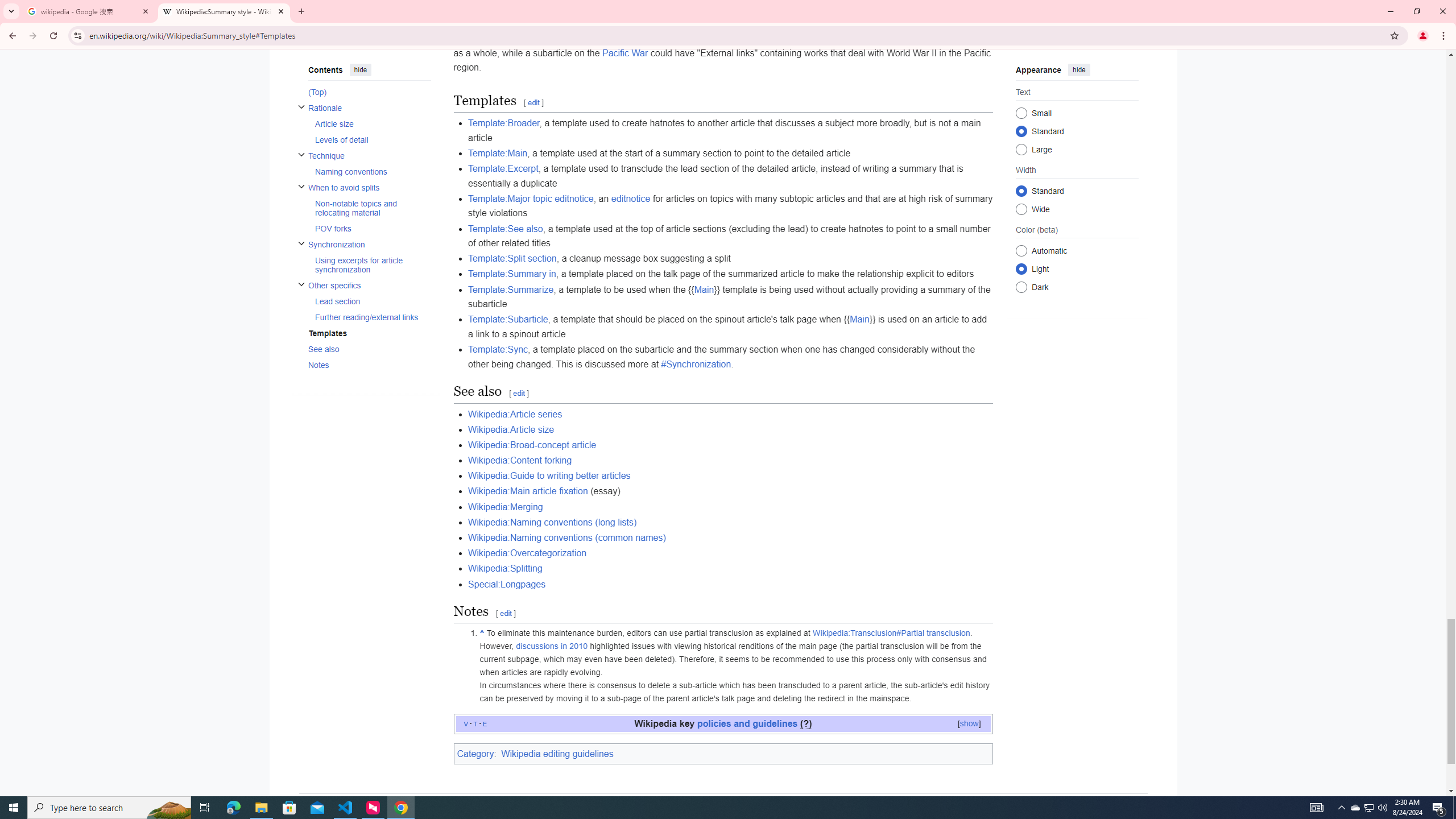 Image resolution: width=1456 pixels, height=819 pixels. I want to click on 'Templates', so click(369, 333).